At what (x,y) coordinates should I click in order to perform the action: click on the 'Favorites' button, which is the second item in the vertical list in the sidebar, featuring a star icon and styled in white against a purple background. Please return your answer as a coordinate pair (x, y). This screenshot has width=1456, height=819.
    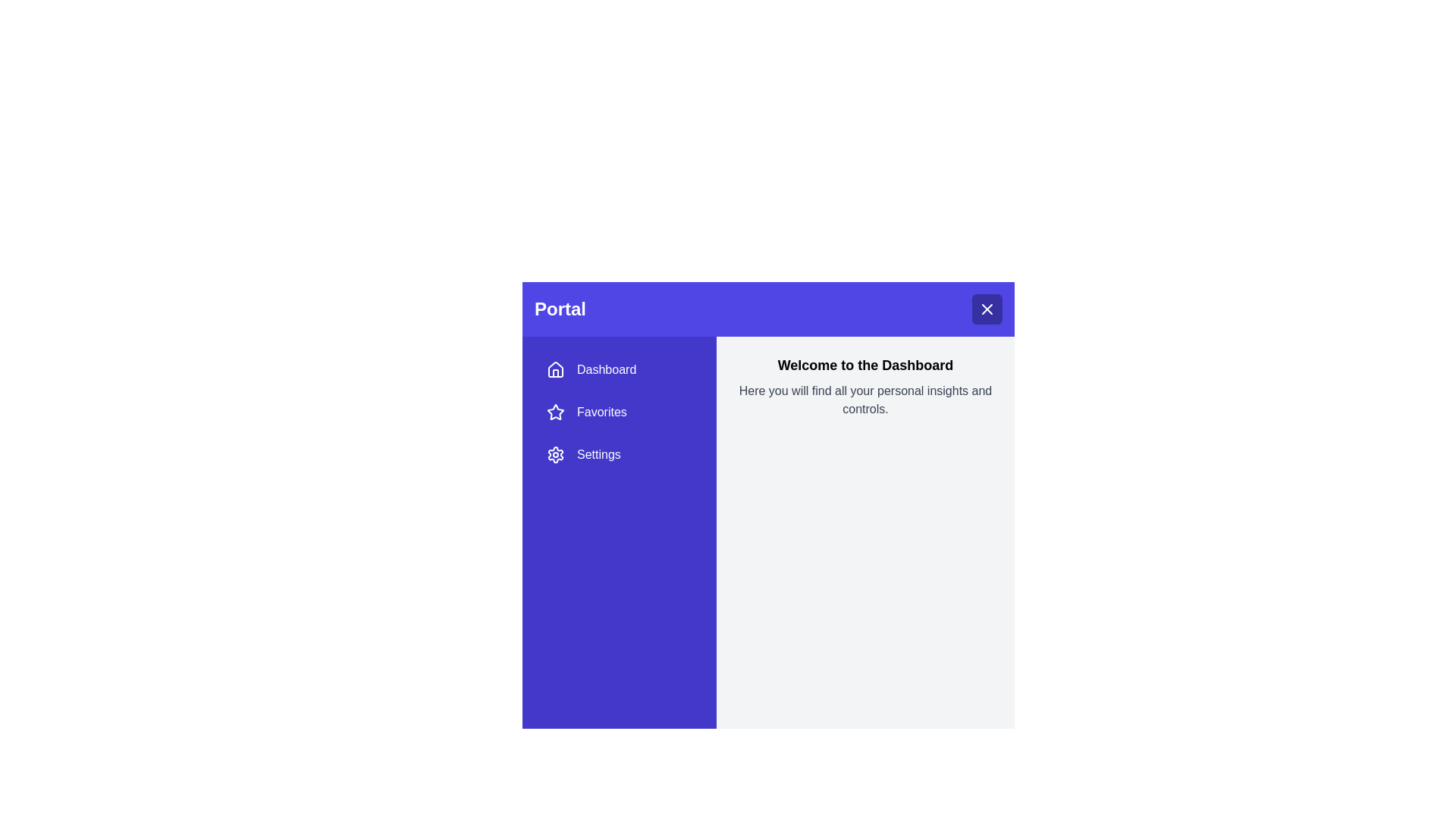
    Looking at the image, I should click on (619, 412).